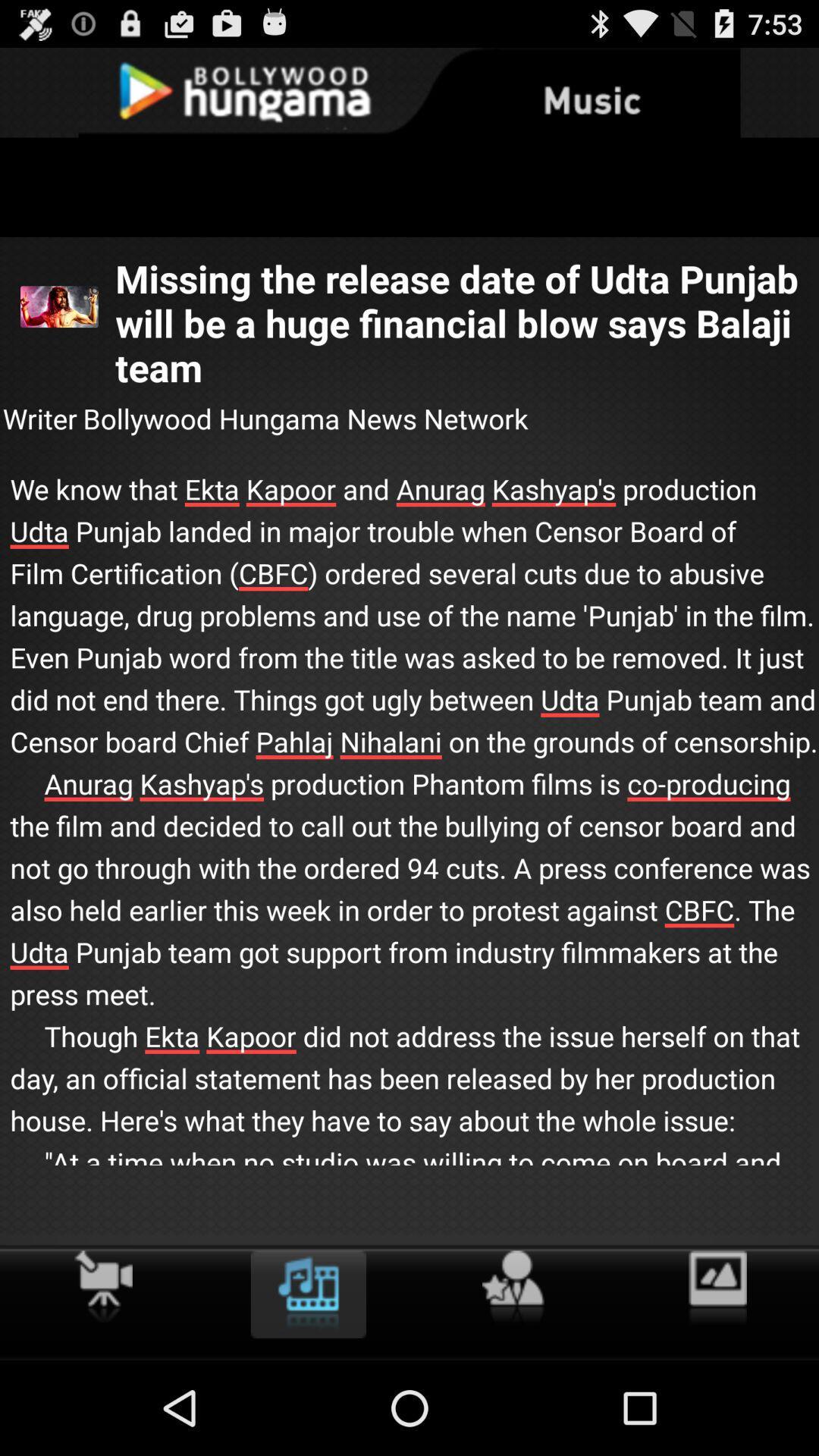 The width and height of the screenshot is (819, 1456). What do you see at coordinates (717, 1288) in the screenshot?
I see `the icon at the bottom right corner` at bounding box center [717, 1288].